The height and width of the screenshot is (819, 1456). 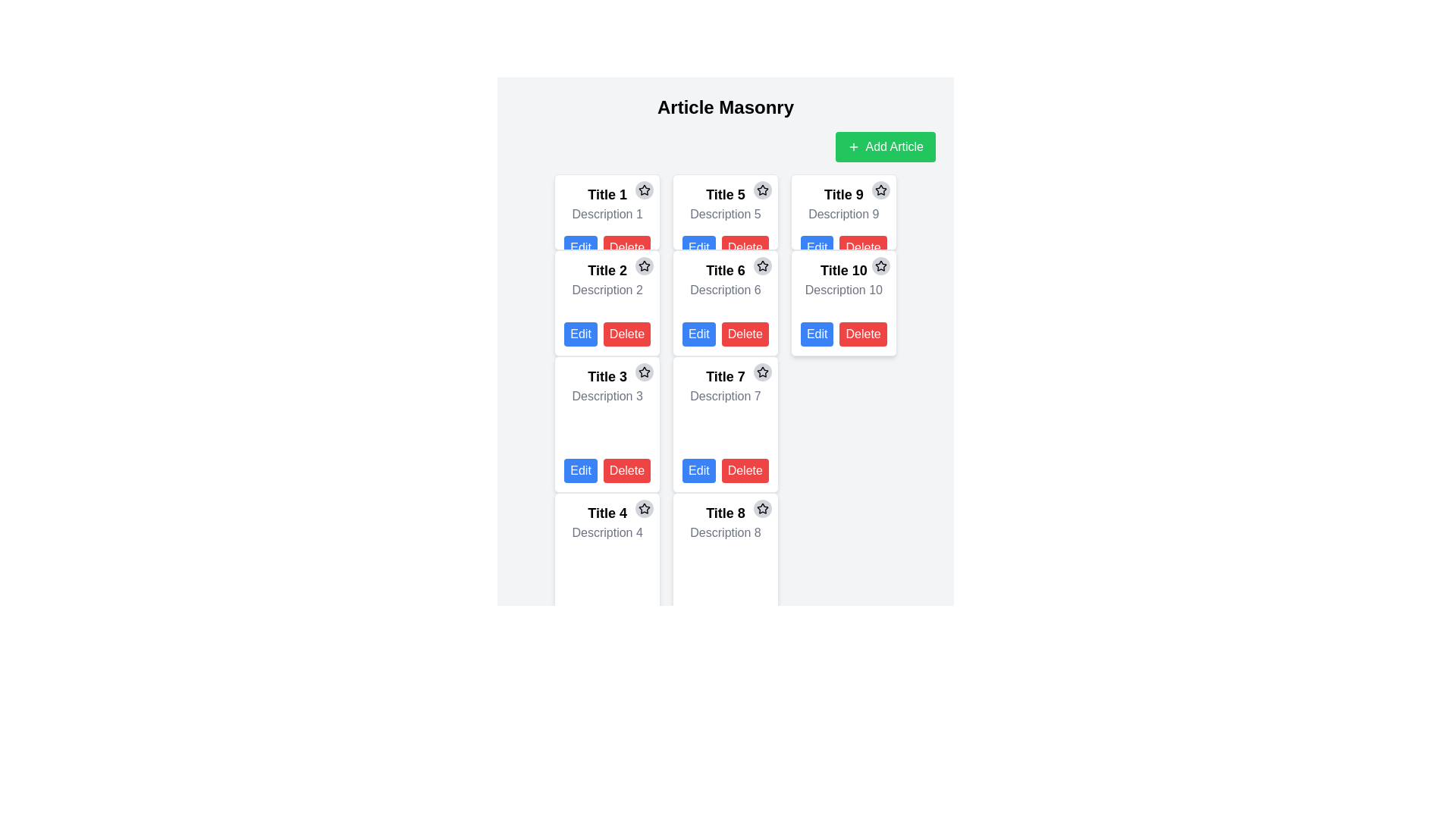 What do you see at coordinates (843, 247) in the screenshot?
I see `the Delete button in the interactive buttons group within the card for 'Title 9'` at bounding box center [843, 247].